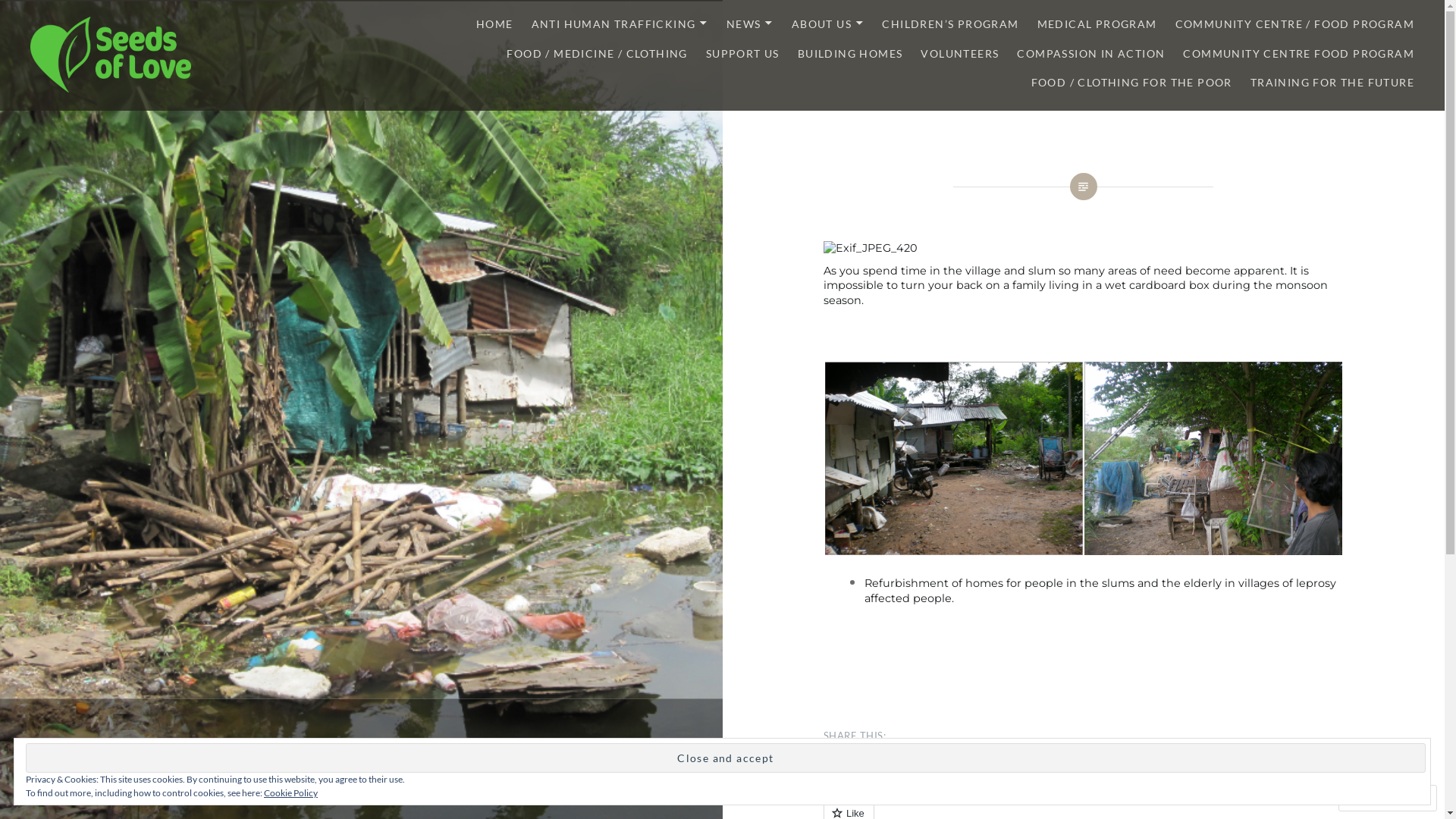 Image resolution: width=1456 pixels, height=819 pixels. What do you see at coordinates (1250, 83) in the screenshot?
I see `'TRAINING FOR THE FUTURE'` at bounding box center [1250, 83].